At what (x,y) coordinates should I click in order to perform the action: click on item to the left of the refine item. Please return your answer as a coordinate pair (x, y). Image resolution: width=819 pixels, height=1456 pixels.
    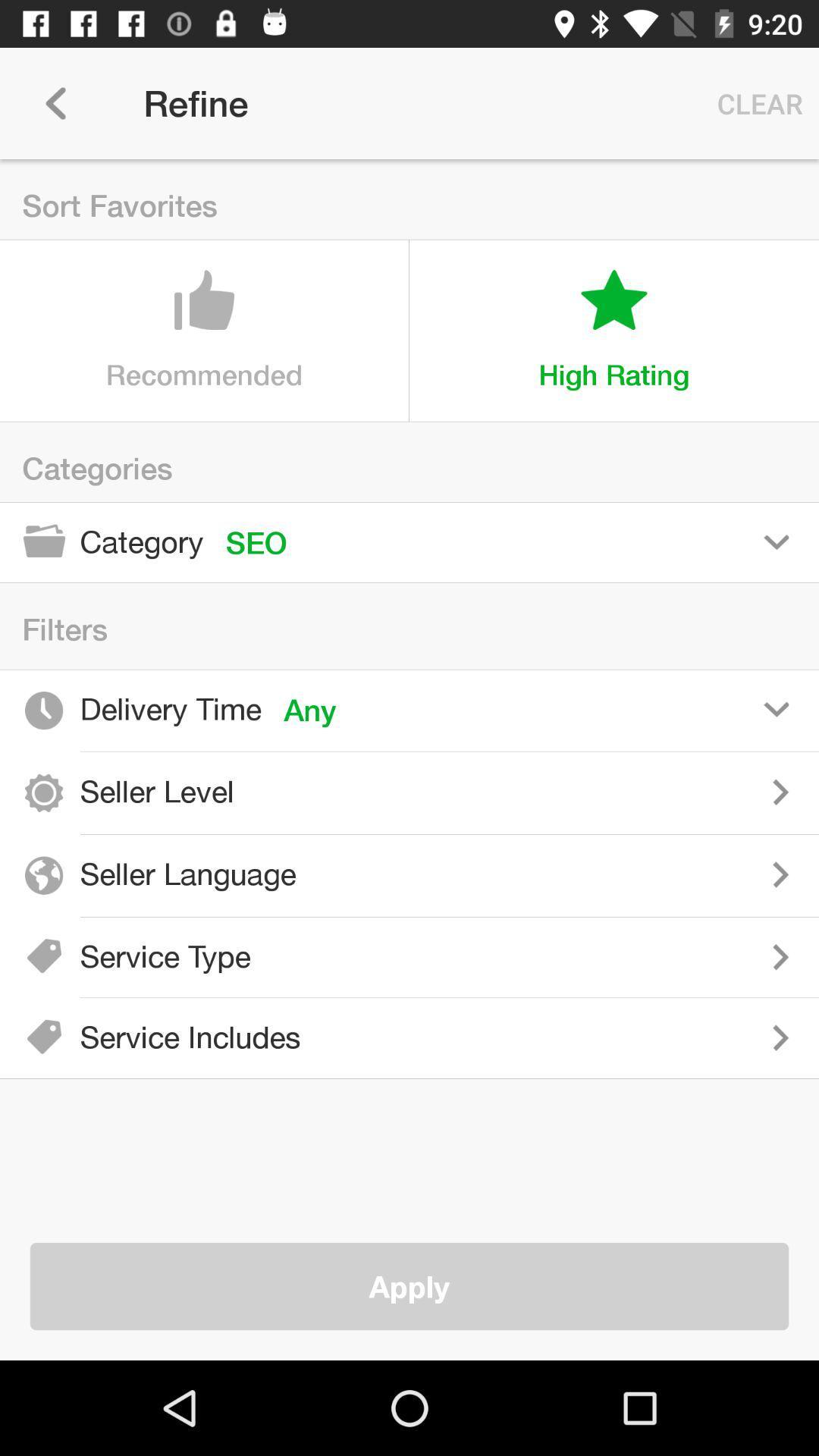
    Looking at the image, I should click on (55, 102).